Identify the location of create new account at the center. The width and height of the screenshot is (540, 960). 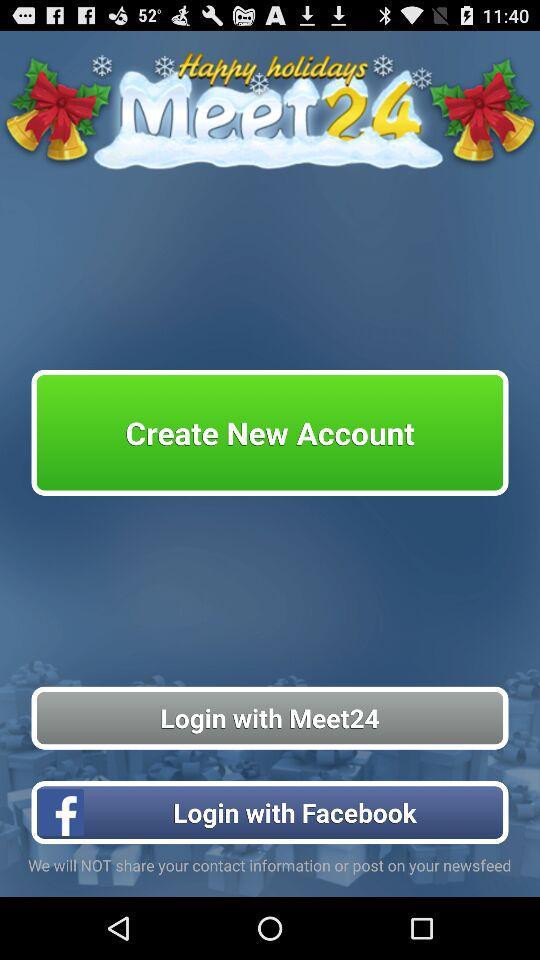
(270, 432).